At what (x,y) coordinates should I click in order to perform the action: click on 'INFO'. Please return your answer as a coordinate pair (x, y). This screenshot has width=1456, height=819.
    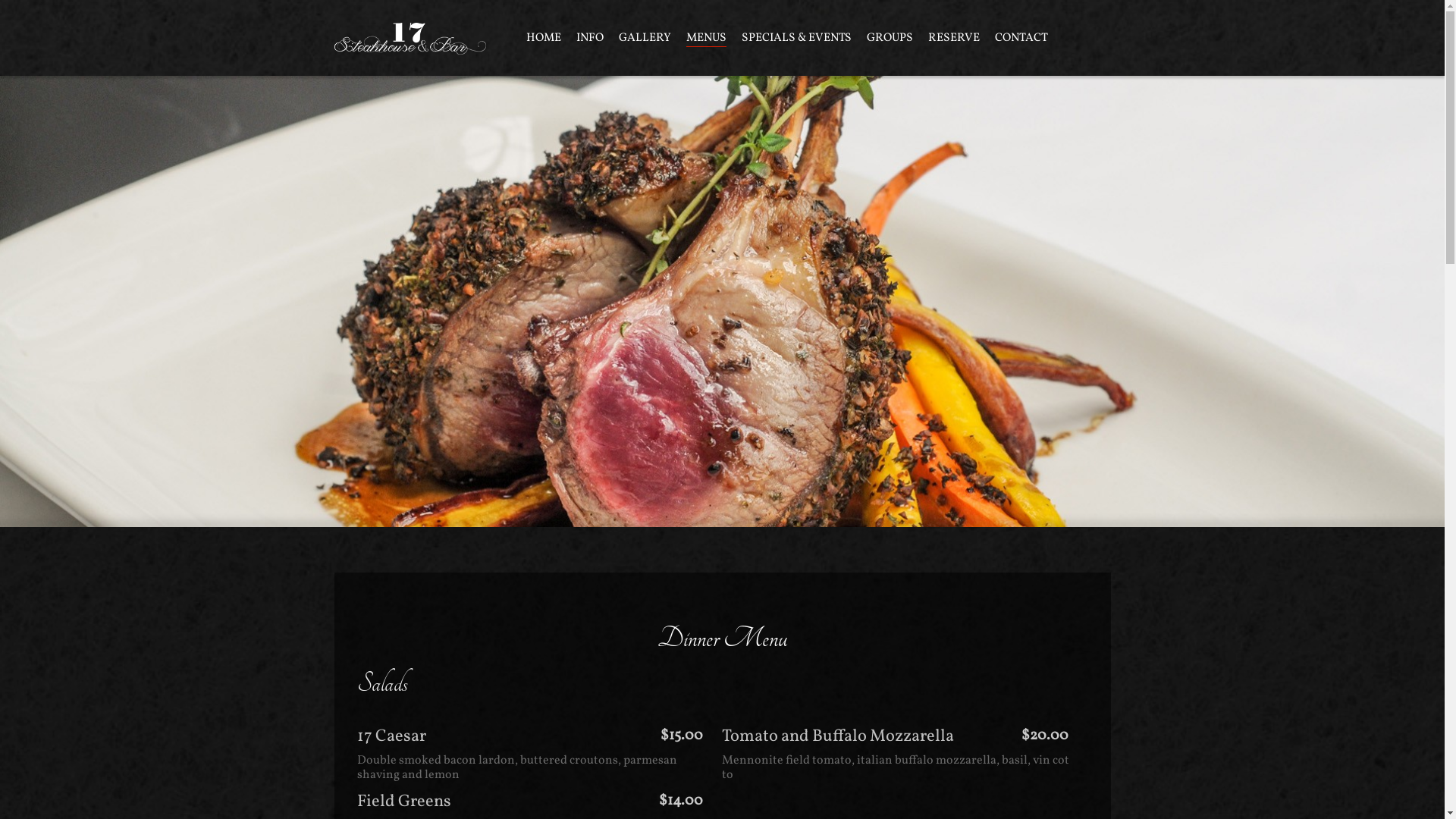
    Looking at the image, I should click on (575, 37).